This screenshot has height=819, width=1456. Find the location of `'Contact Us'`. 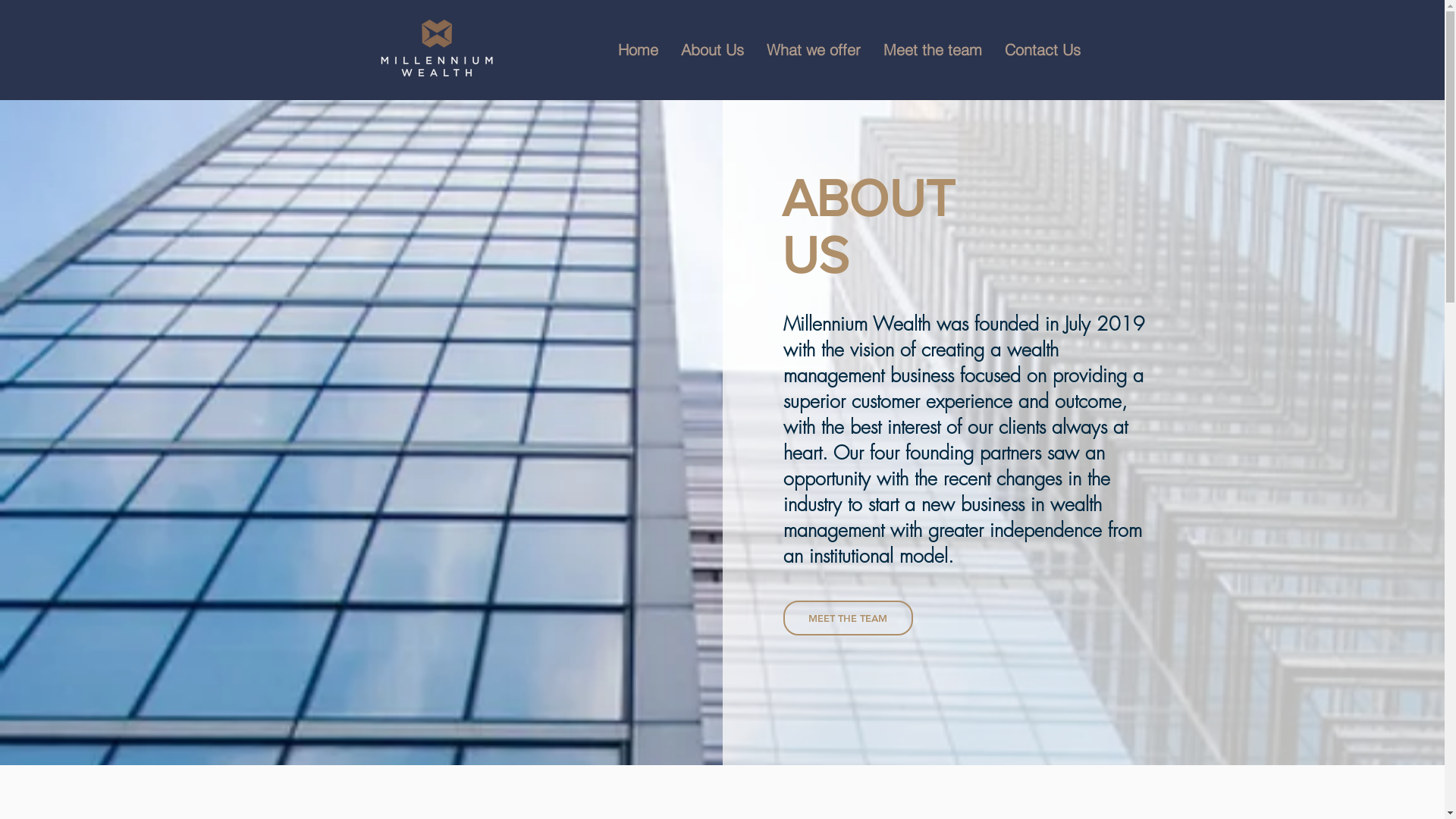

'Contact Us' is located at coordinates (1041, 49).